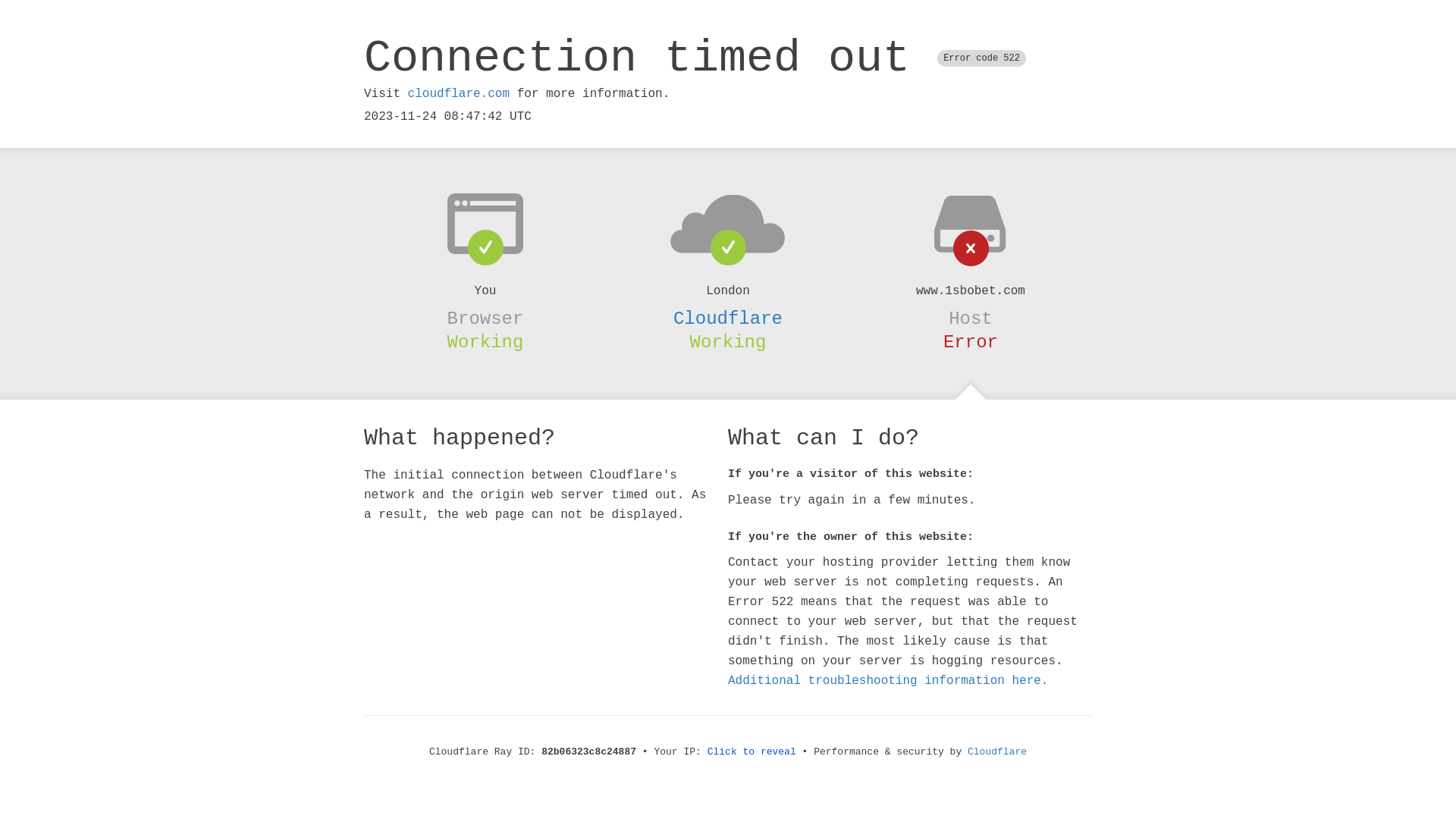  Describe the element at coordinates (752, 752) in the screenshot. I see `'Click to reveal'` at that location.